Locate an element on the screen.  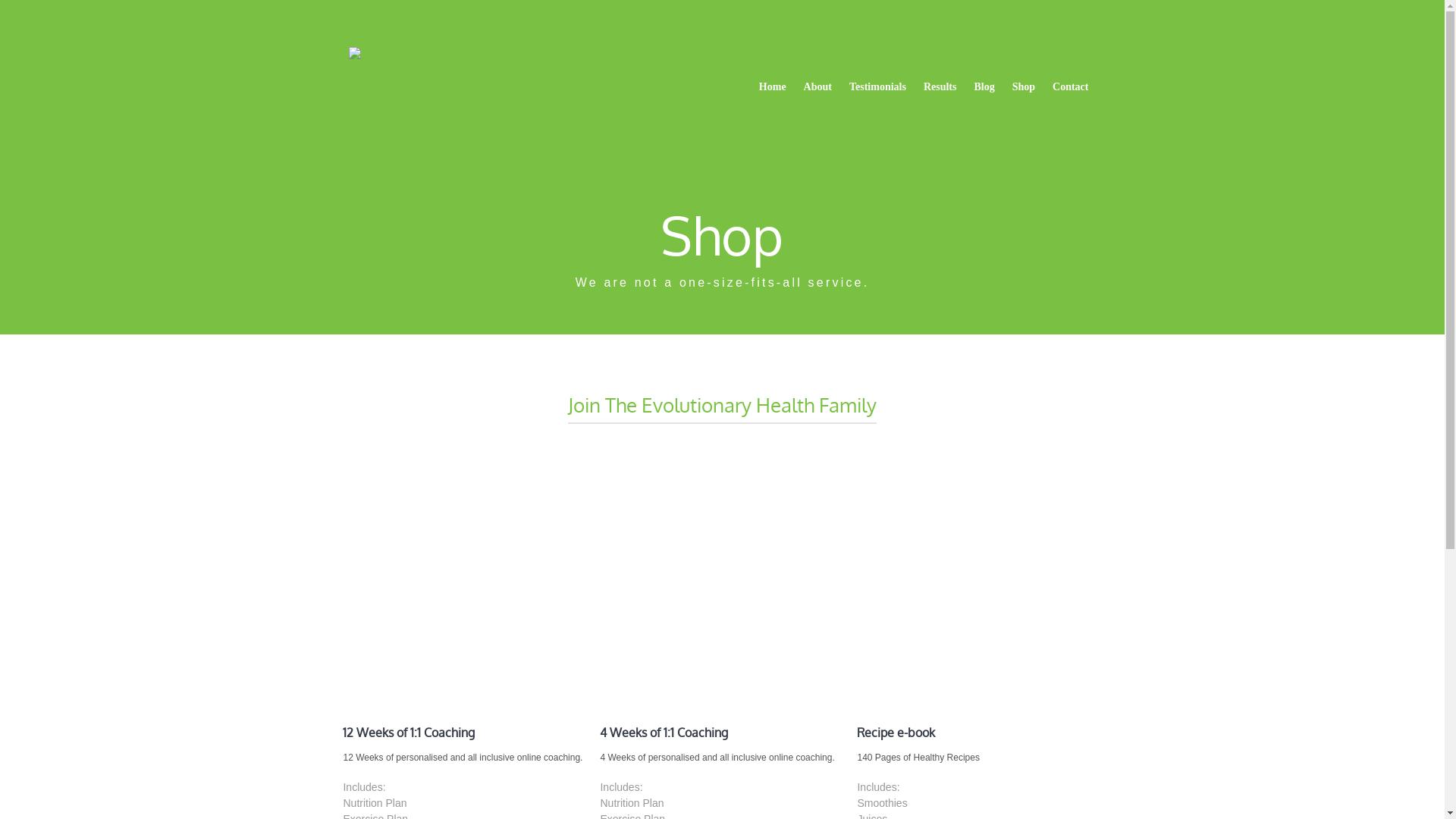
'Contact' is located at coordinates (1069, 87).